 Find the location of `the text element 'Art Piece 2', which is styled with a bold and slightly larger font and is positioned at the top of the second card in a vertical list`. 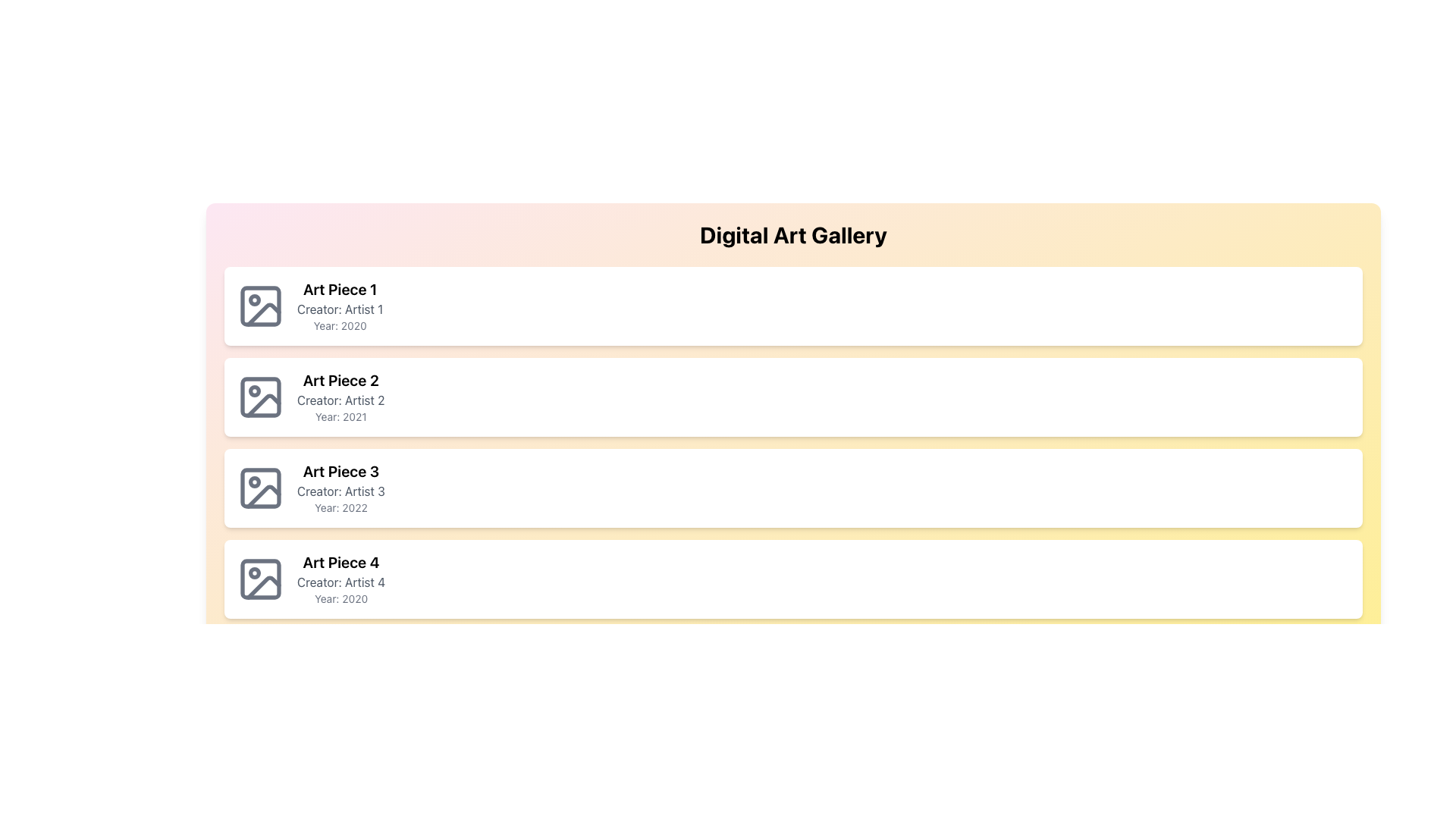

the text element 'Art Piece 2', which is styled with a bold and slightly larger font and is positioned at the top of the second card in a vertical list is located at coordinates (340, 379).